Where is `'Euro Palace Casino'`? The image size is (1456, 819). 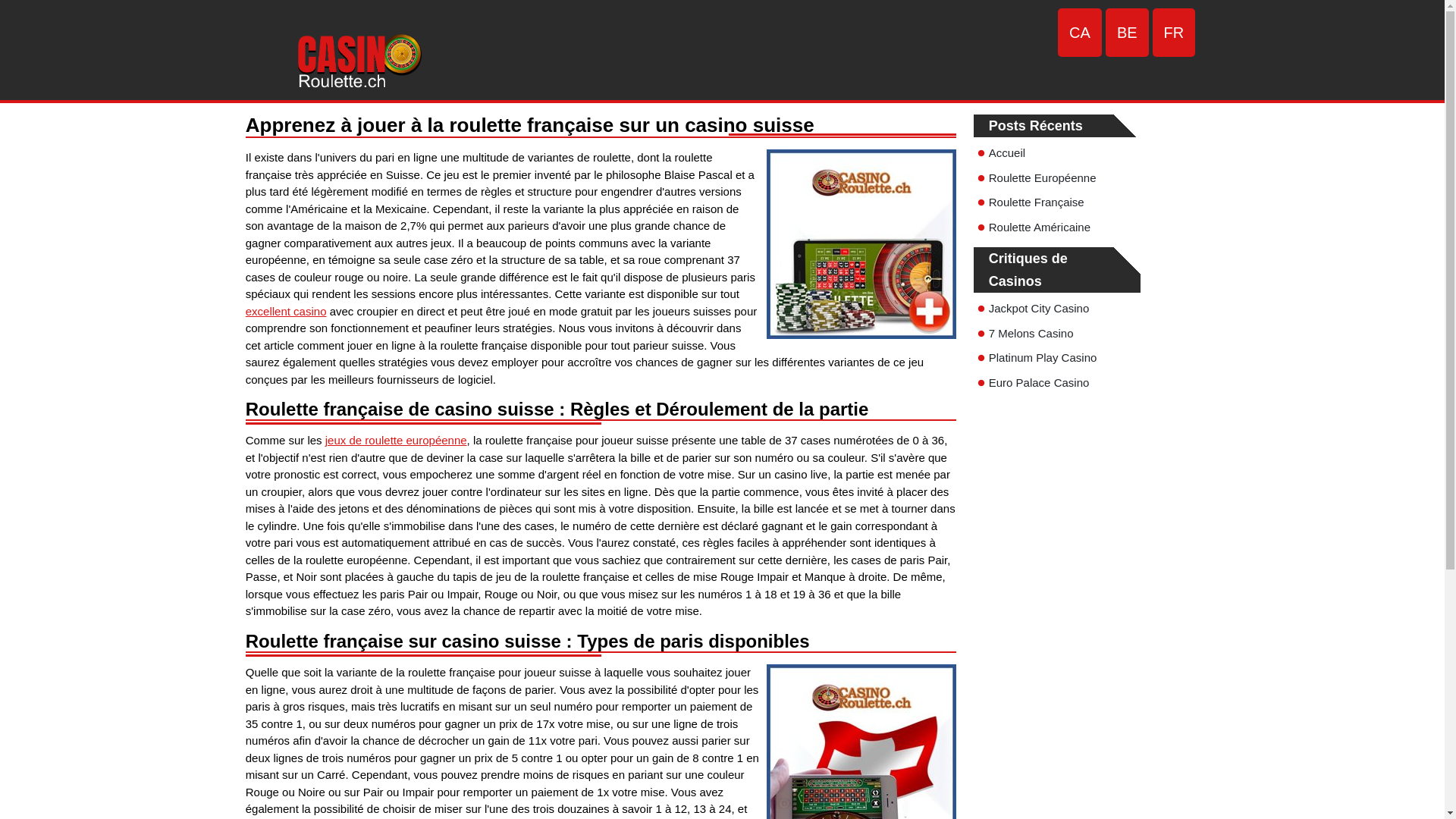
'Euro Palace Casino' is located at coordinates (1038, 381).